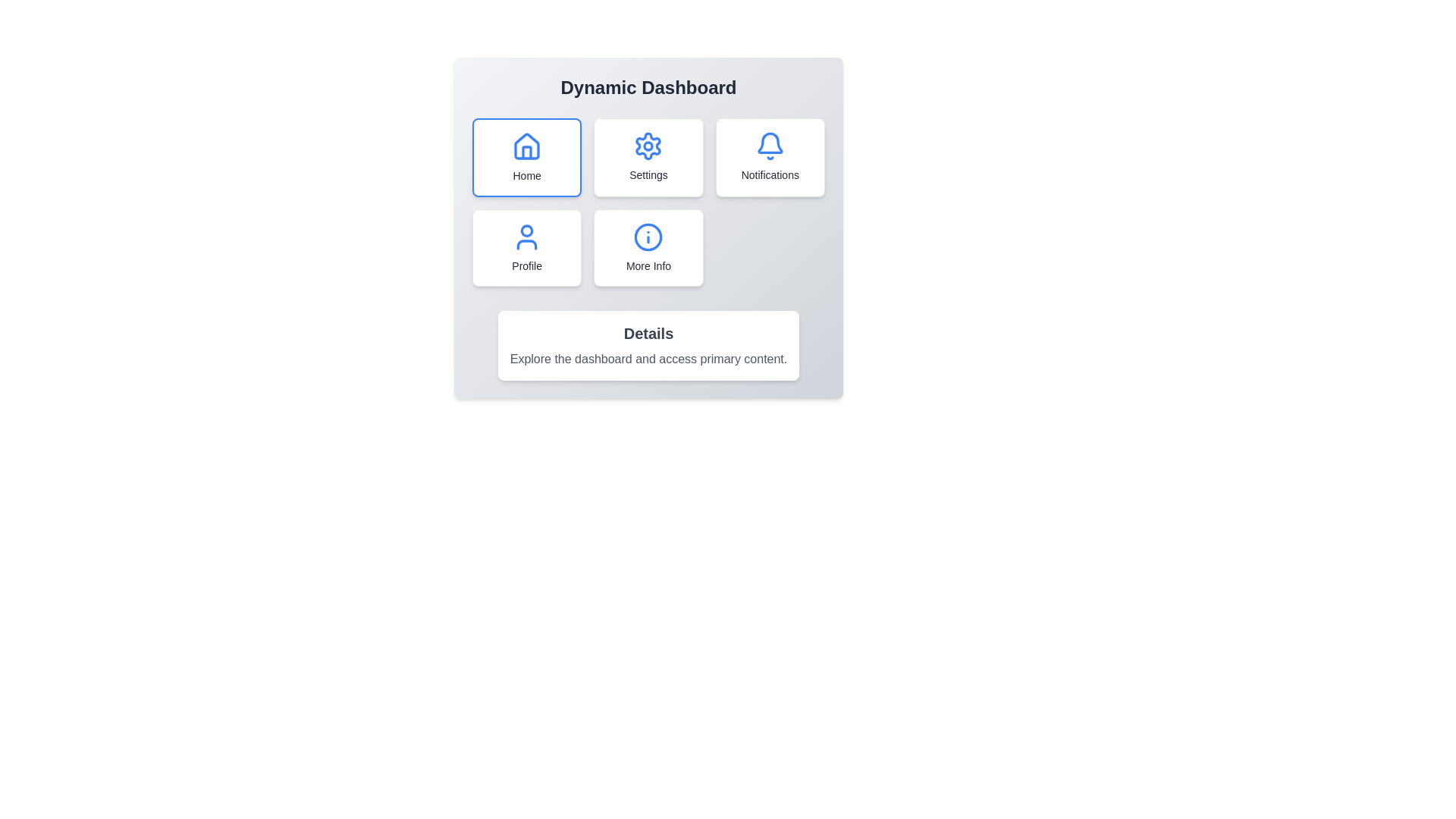 The width and height of the screenshot is (1456, 819). What do you see at coordinates (770, 146) in the screenshot?
I see `the notifications icon located in the upper-right section of the main interface card, which symbolizes alerts or updates` at bounding box center [770, 146].